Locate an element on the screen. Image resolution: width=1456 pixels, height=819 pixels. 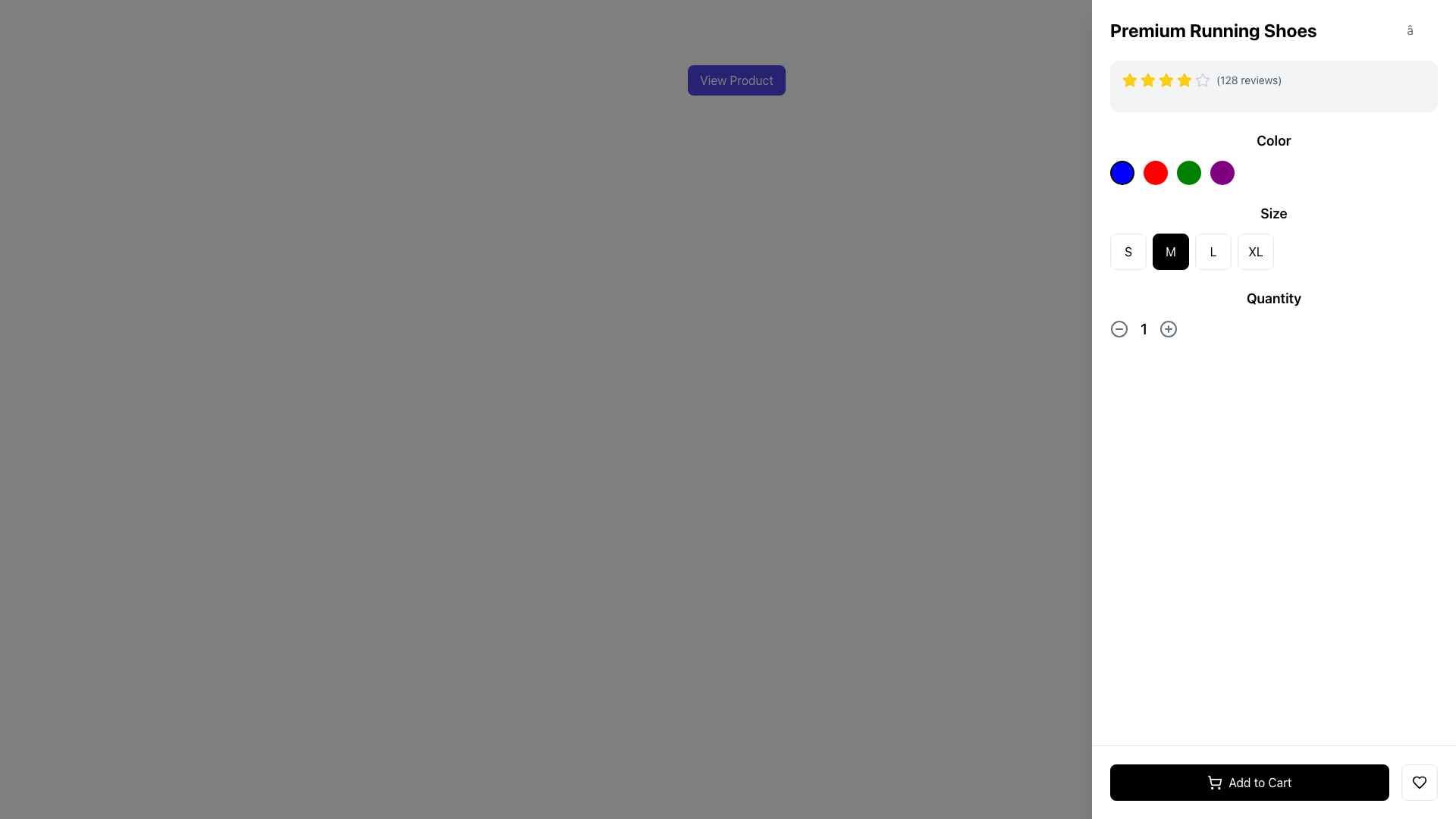
the selected button labeled 'M', which has a black background and white text is located at coordinates (1170, 250).